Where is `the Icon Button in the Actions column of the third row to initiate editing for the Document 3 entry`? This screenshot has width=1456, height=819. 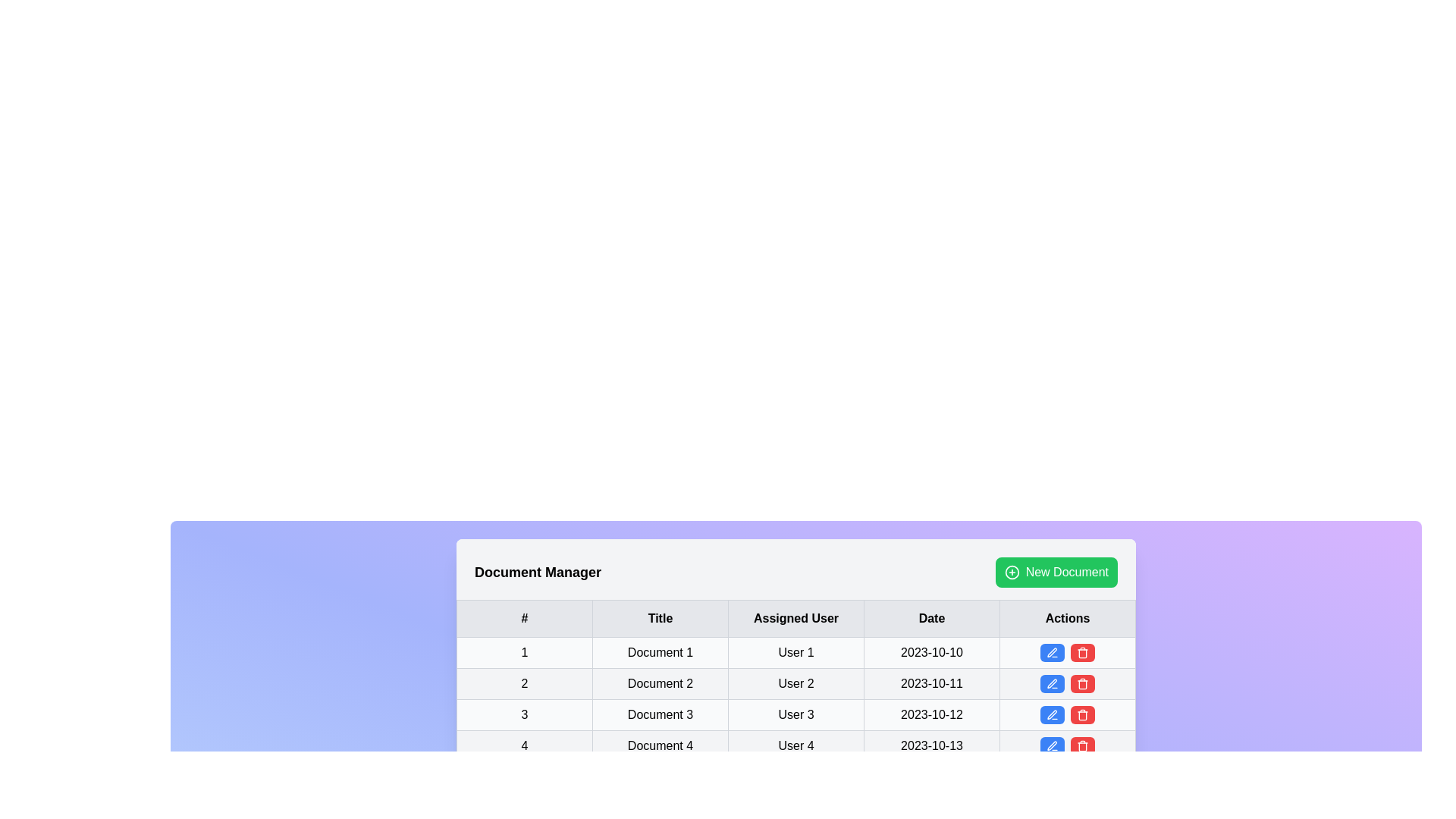 the Icon Button in the Actions column of the third row to initiate editing for the Document 3 entry is located at coordinates (1051, 714).